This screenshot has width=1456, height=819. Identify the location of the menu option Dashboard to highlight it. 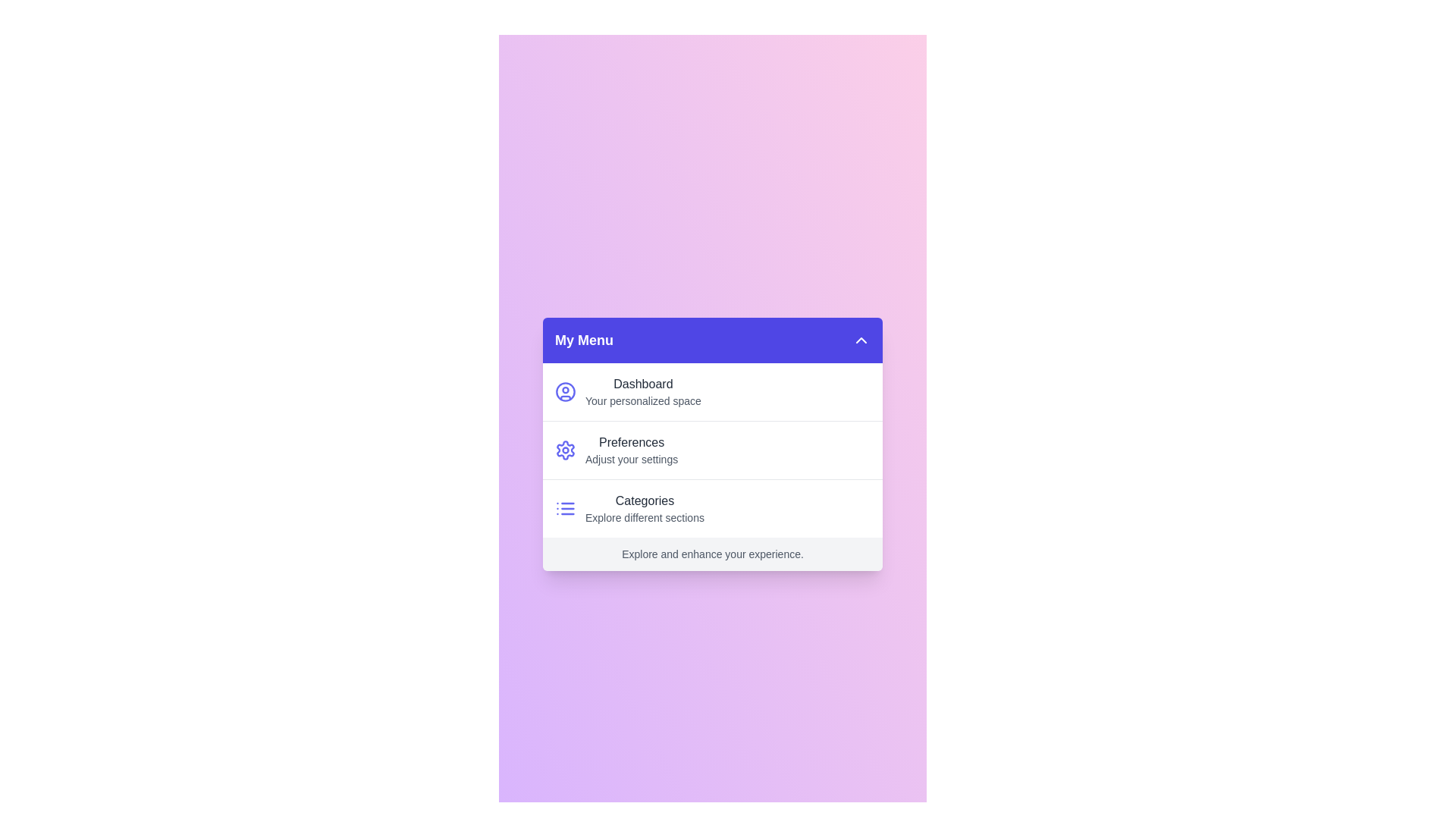
(712, 391).